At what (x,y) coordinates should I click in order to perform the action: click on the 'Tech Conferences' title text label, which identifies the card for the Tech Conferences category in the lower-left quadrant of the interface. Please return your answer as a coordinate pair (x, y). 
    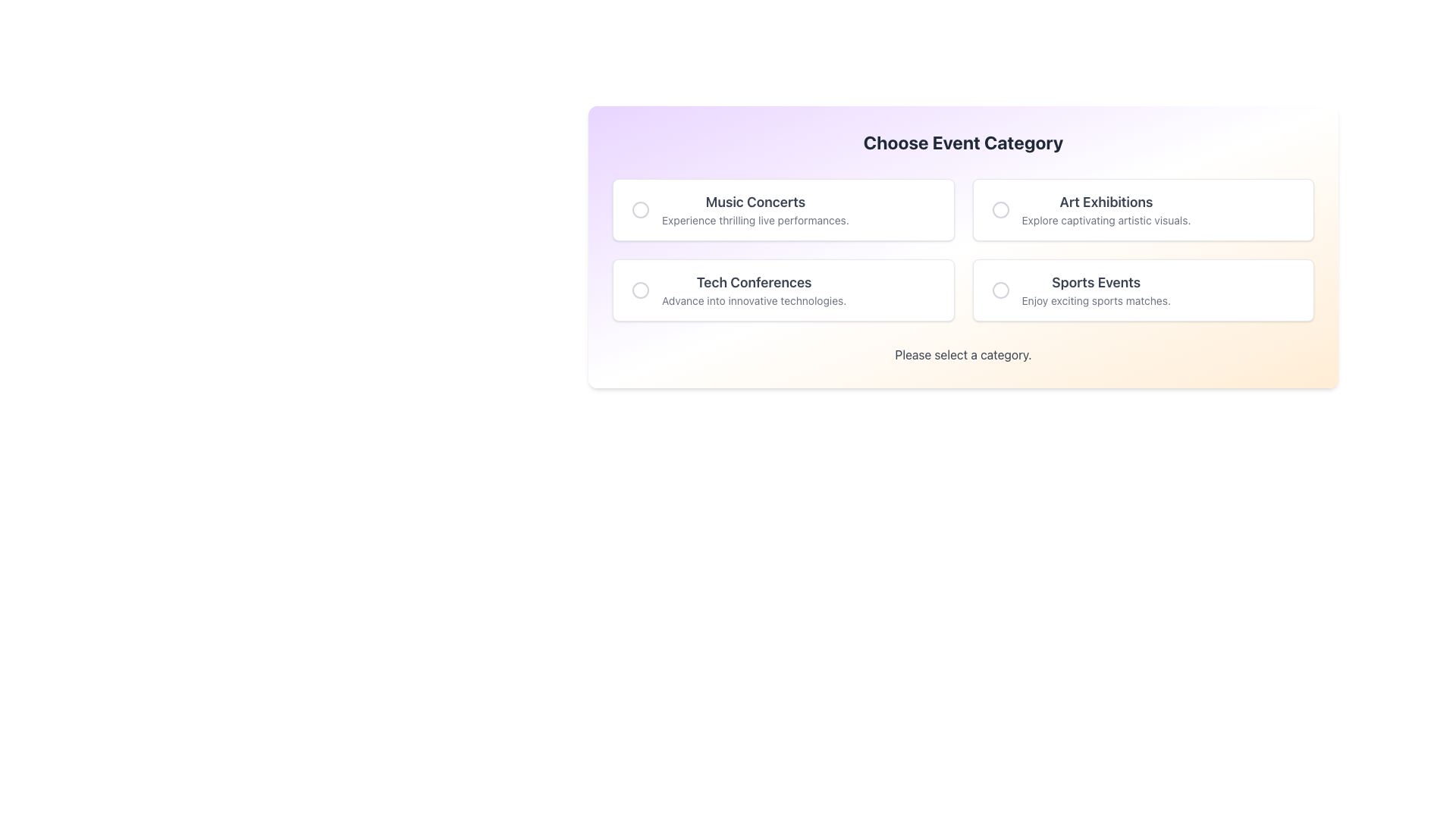
    Looking at the image, I should click on (754, 283).